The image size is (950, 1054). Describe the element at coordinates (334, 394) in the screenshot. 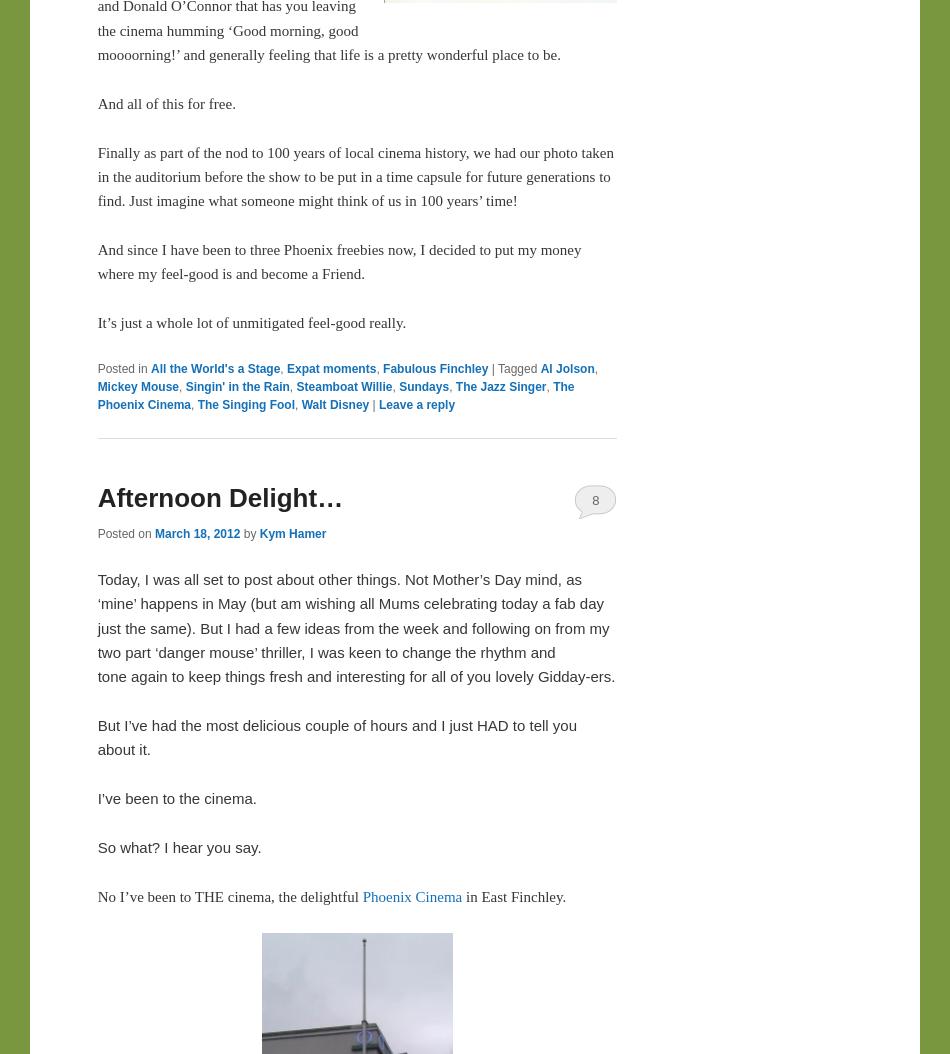

I see `'The Phoenix Cinema'` at that location.